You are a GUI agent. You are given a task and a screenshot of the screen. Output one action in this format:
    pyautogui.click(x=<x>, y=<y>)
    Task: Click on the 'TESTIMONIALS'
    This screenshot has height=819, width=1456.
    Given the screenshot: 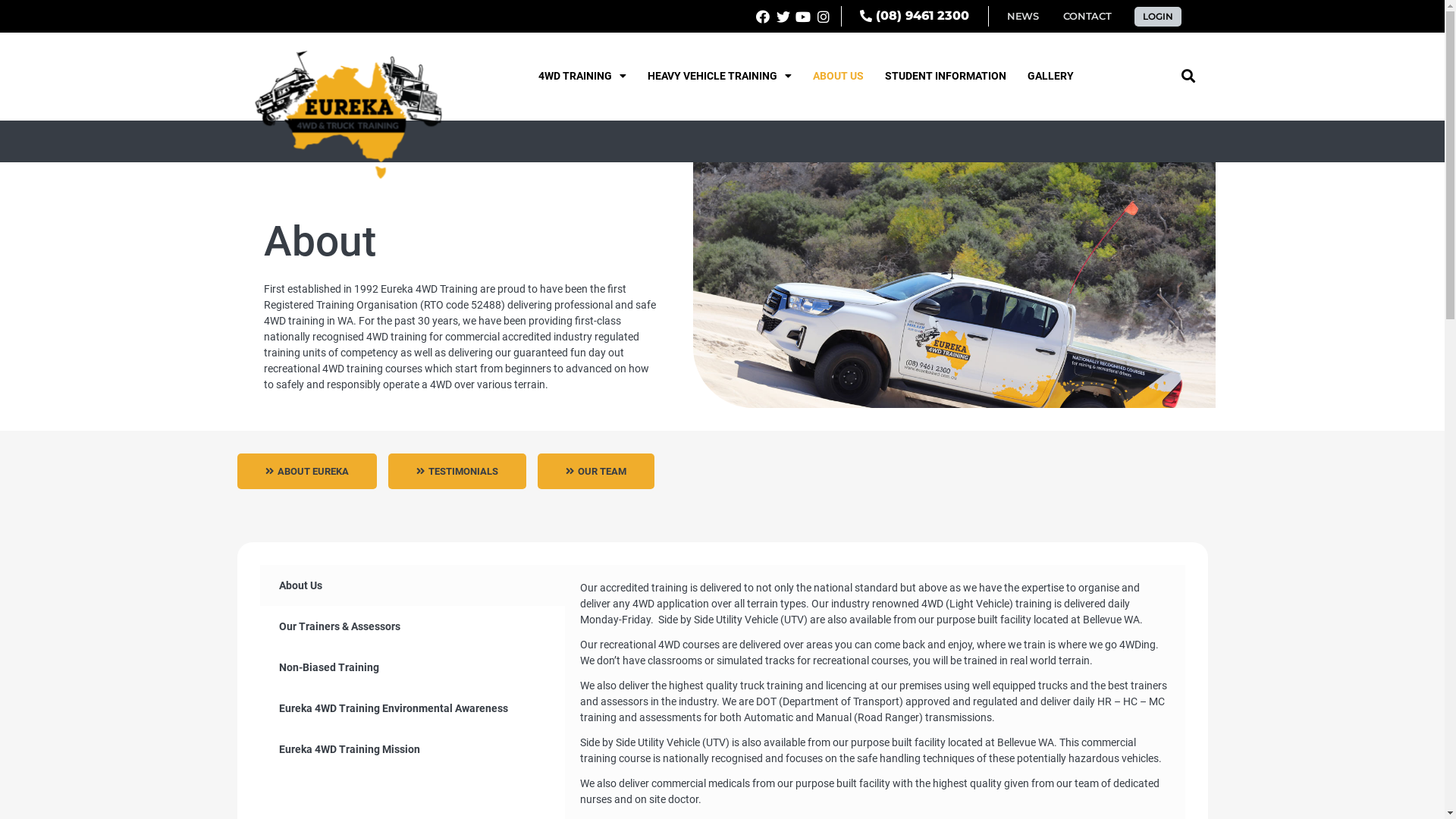 What is the action you would take?
    pyautogui.click(x=457, y=470)
    